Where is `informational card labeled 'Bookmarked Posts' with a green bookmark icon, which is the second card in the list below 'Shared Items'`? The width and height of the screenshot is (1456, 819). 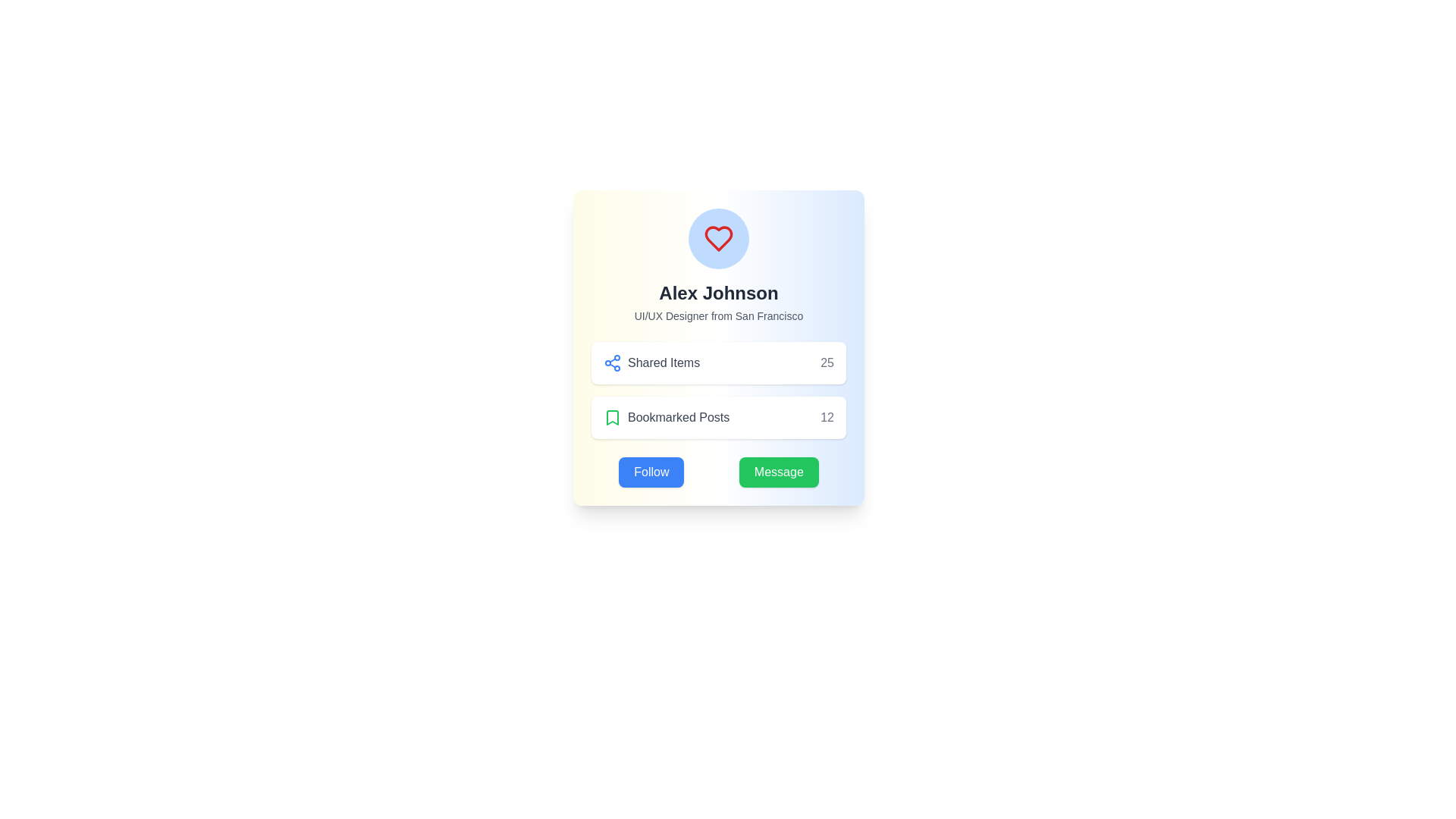 informational card labeled 'Bookmarked Posts' with a green bookmark icon, which is the second card in the list below 'Shared Items' is located at coordinates (718, 418).